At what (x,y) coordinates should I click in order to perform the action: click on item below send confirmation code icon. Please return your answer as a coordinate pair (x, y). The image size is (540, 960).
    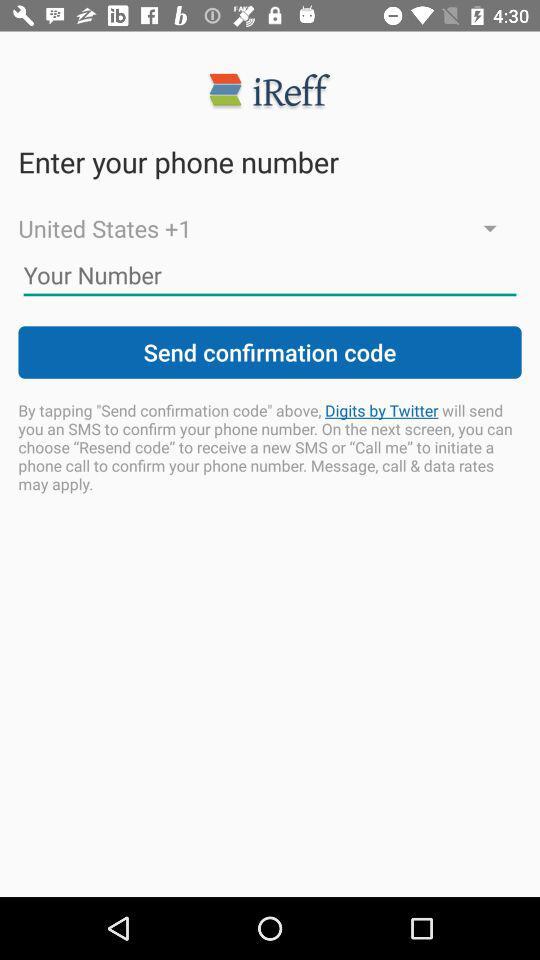
    Looking at the image, I should click on (270, 447).